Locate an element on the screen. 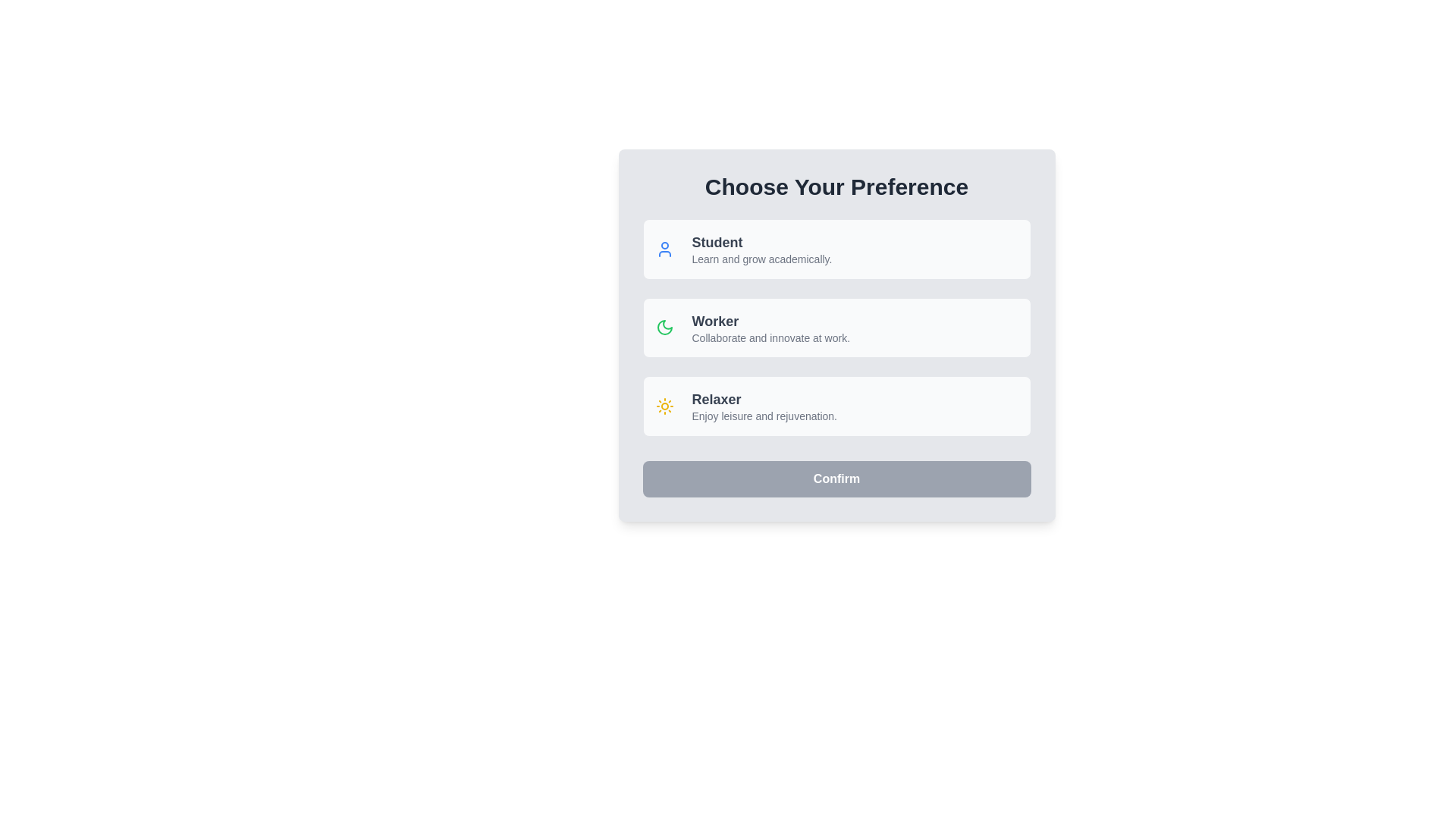  the 'Relaxer' text description element is located at coordinates (764, 405).